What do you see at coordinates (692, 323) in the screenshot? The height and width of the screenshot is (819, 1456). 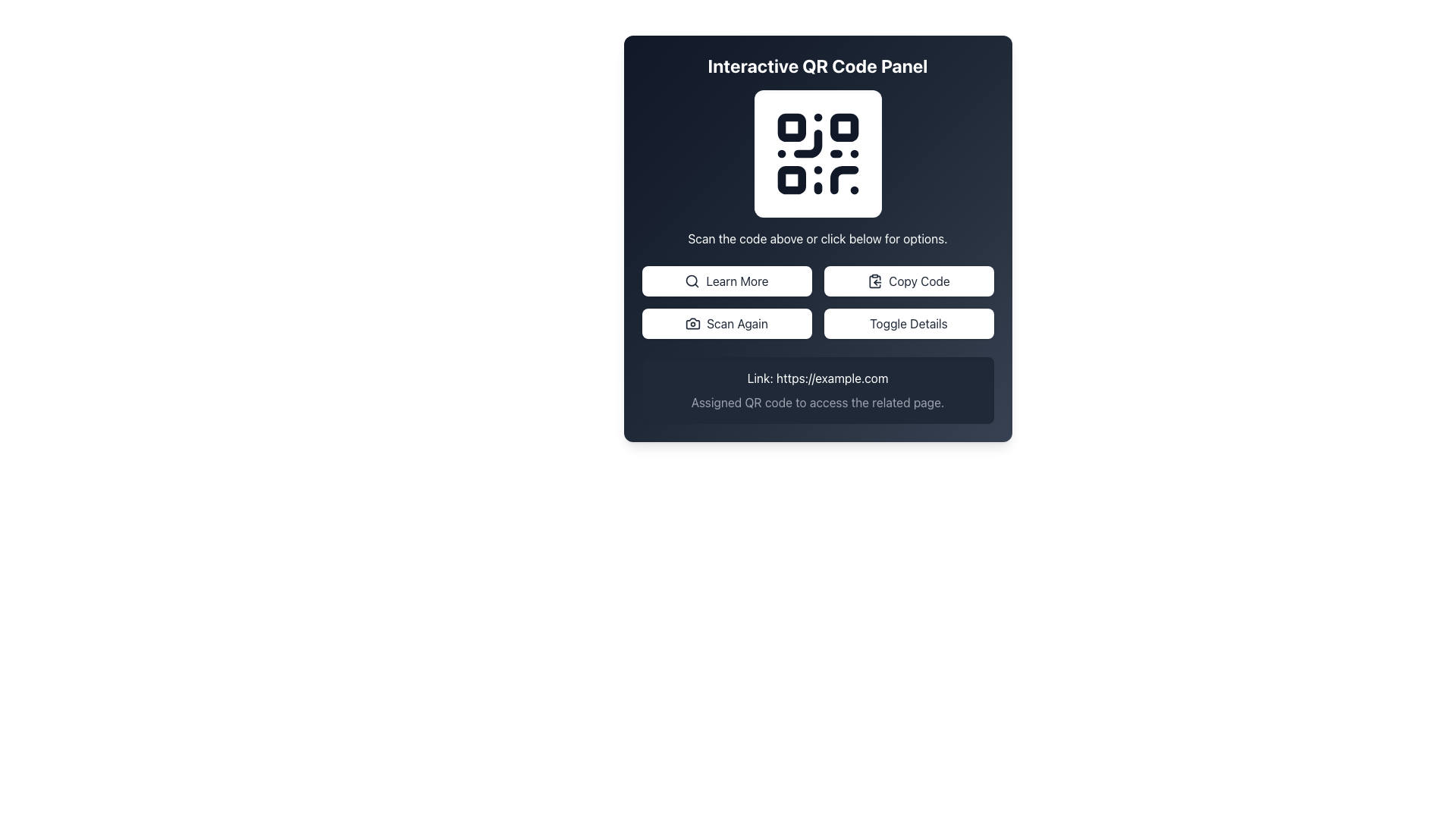 I see `the camera icon` at bounding box center [692, 323].